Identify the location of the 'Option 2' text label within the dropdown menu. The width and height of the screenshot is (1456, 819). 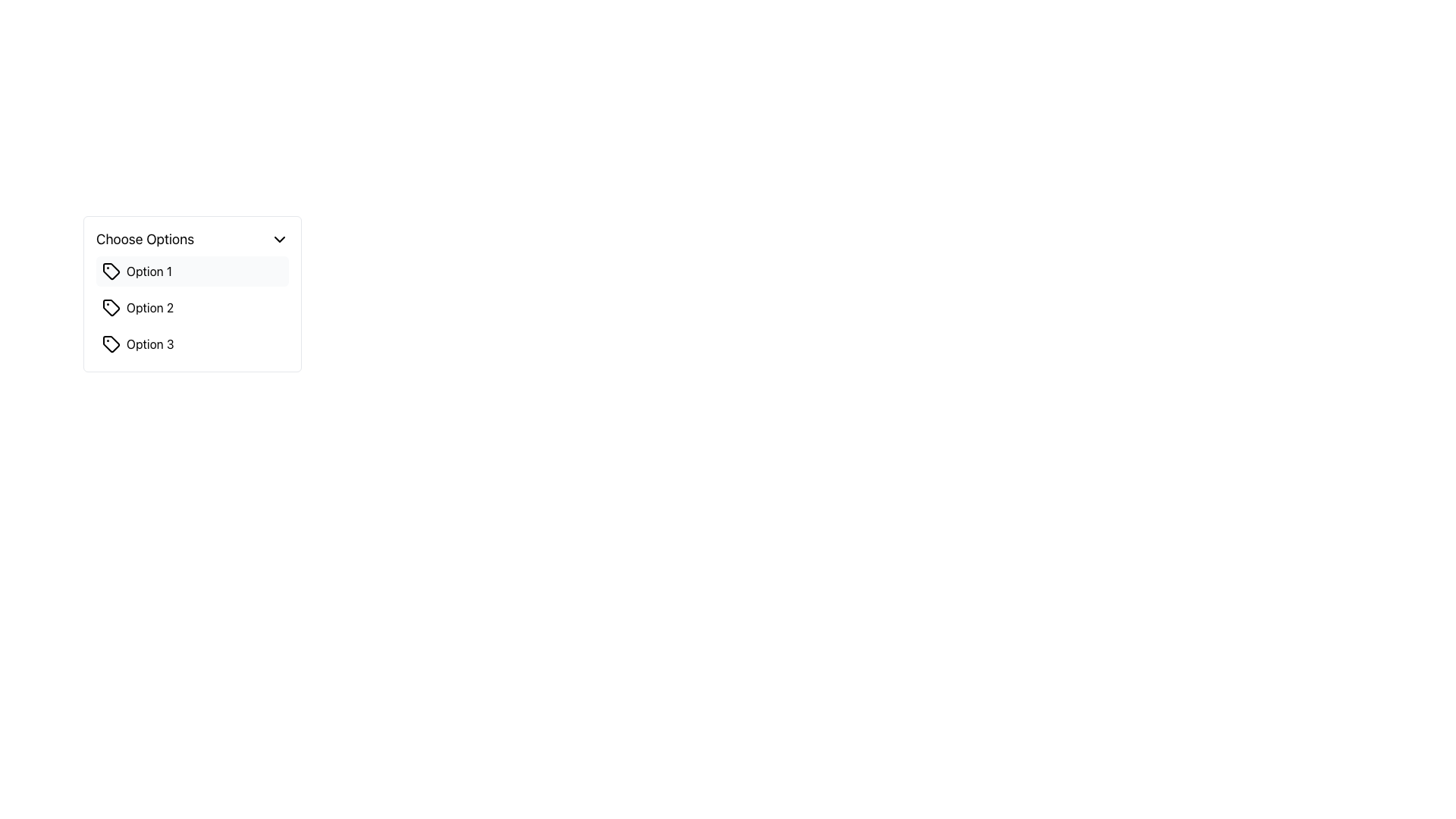
(150, 307).